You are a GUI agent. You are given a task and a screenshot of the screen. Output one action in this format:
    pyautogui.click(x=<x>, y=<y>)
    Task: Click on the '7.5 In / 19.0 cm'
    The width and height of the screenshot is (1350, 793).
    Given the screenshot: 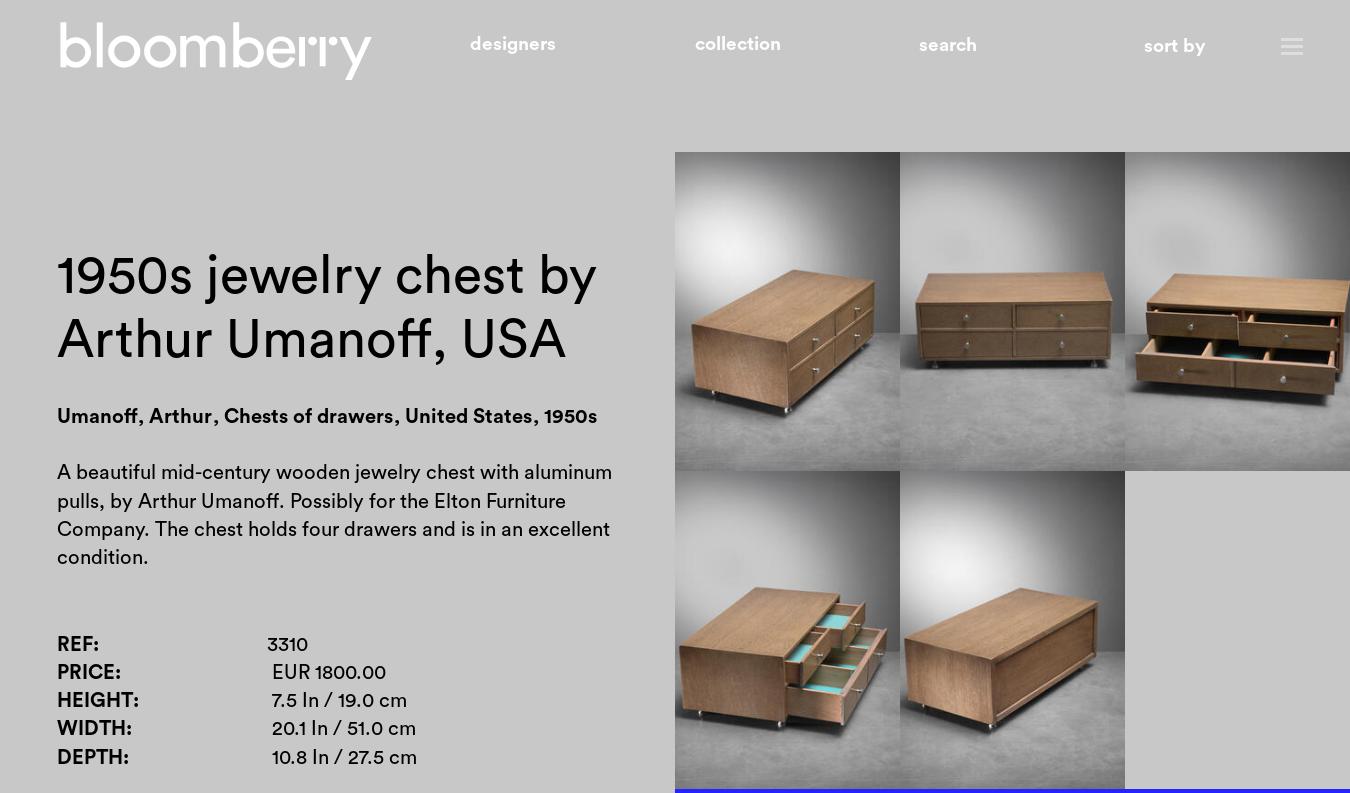 What is the action you would take?
    pyautogui.click(x=339, y=701)
    